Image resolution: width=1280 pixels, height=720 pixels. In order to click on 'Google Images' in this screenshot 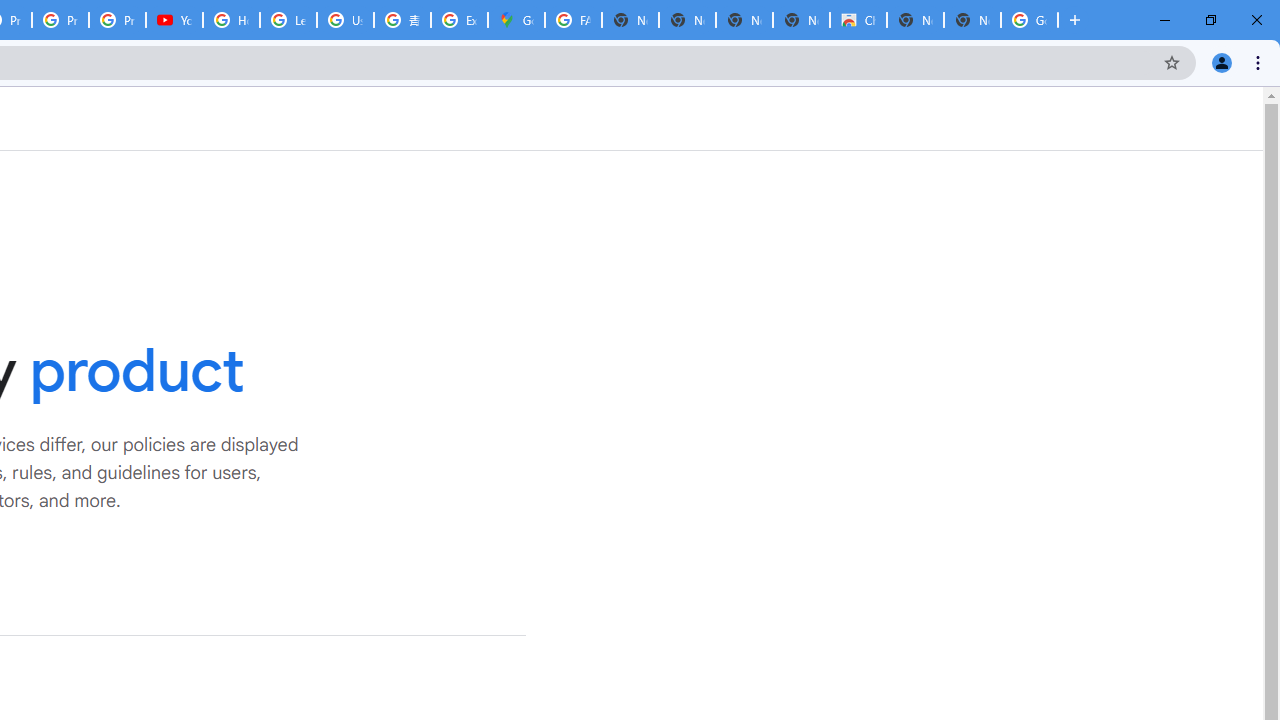, I will do `click(1029, 20)`.